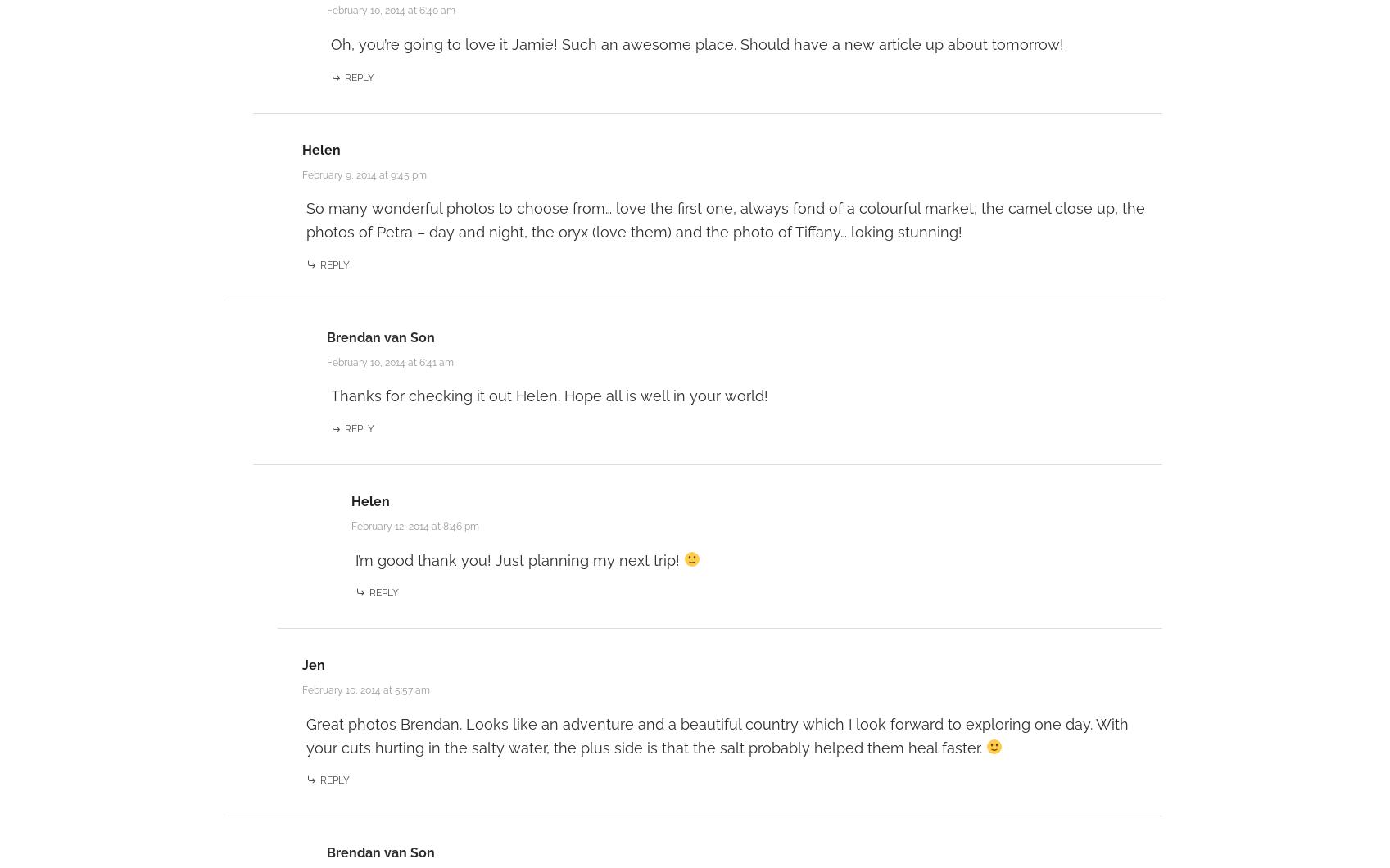 Image resolution: width=1390 pixels, height=868 pixels. I want to click on 'February 10, 2014 at 6:41 am', so click(389, 361).